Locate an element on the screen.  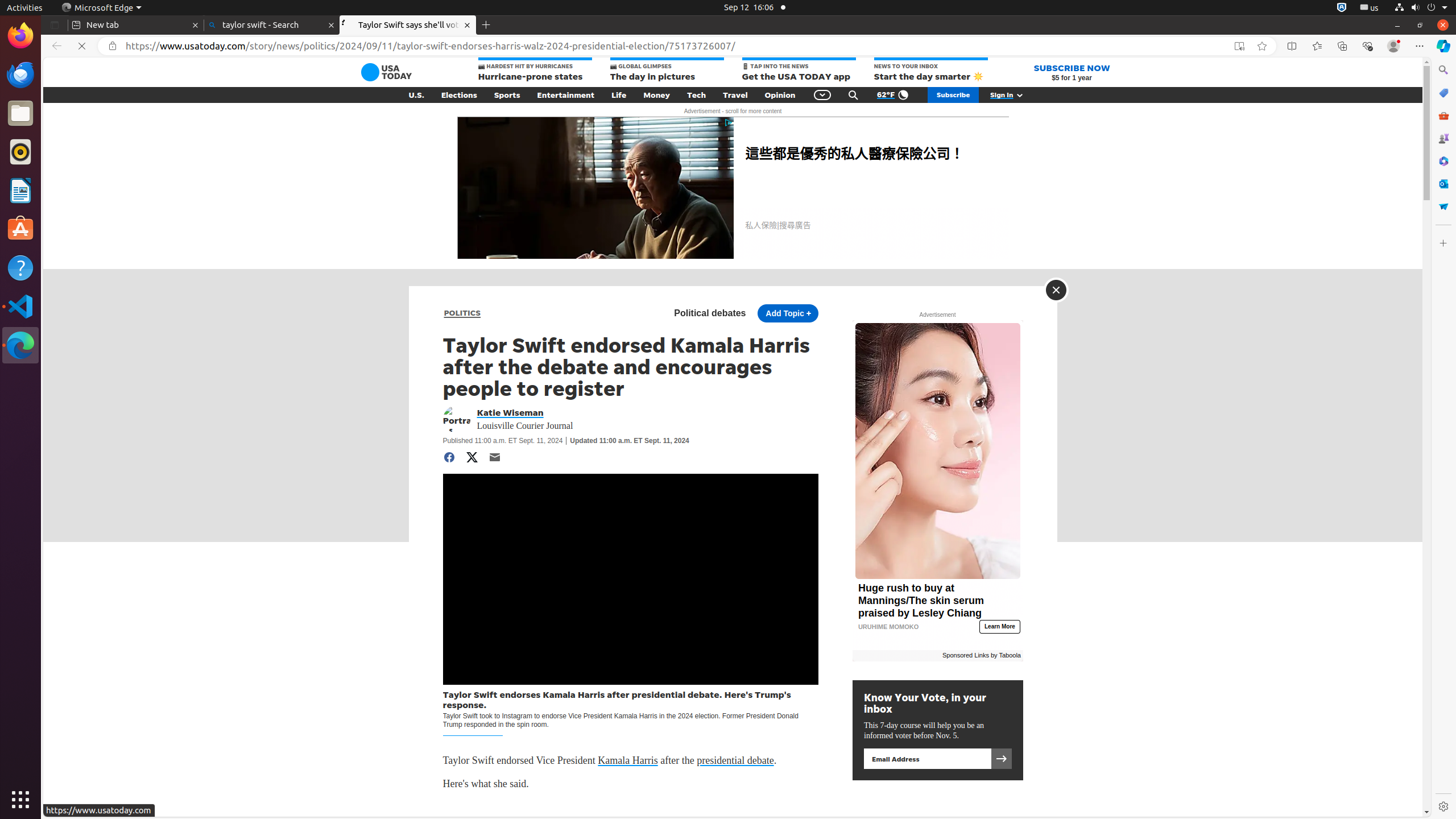
'Rhythmbox' is located at coordinates (20, 151).